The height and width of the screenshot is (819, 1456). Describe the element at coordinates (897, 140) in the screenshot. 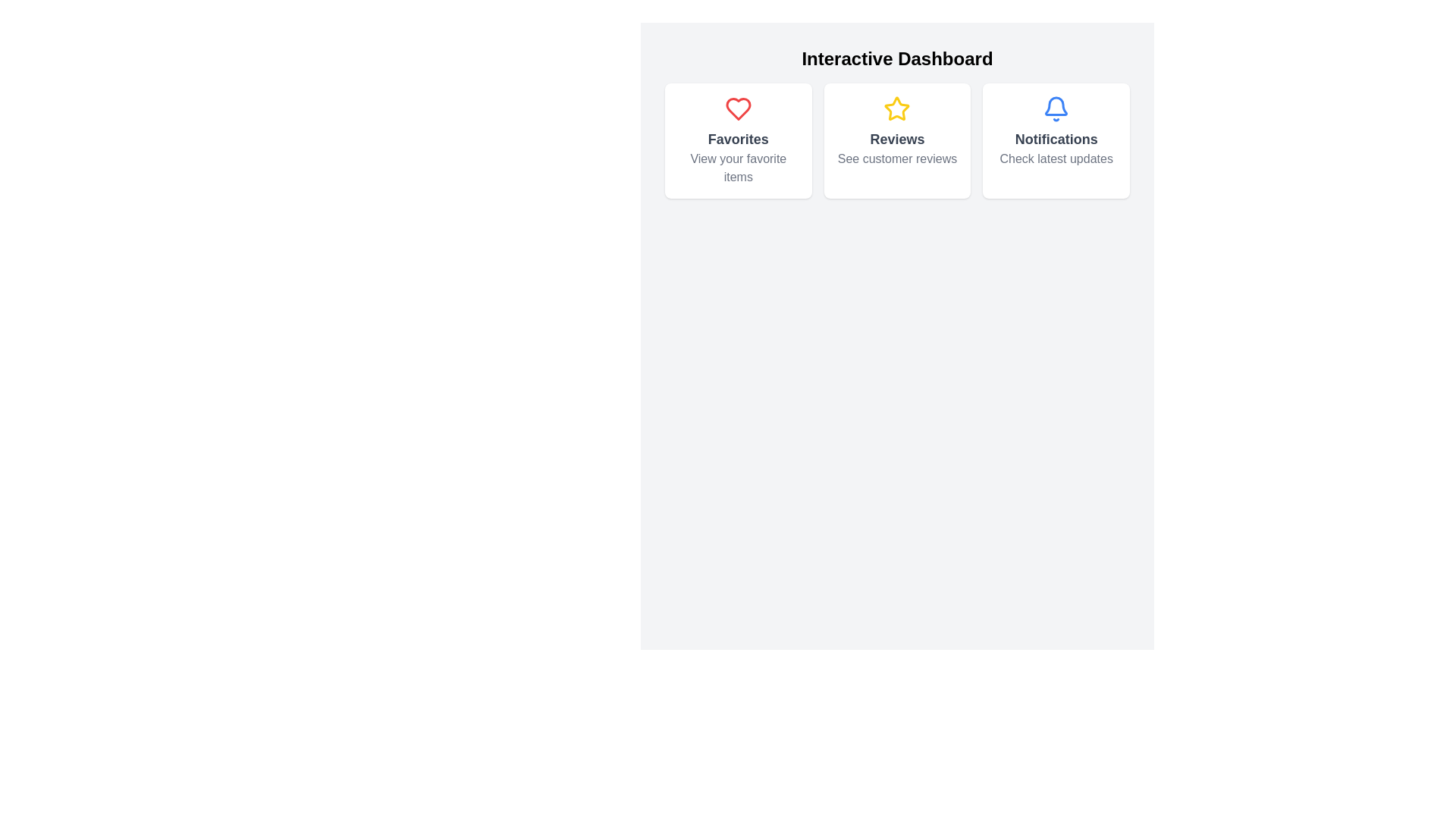

I see `the 'Reviews' text element, which is styled in a large and bold font, located at the middle-top of the interface, directly beneath a star icon` at that location.